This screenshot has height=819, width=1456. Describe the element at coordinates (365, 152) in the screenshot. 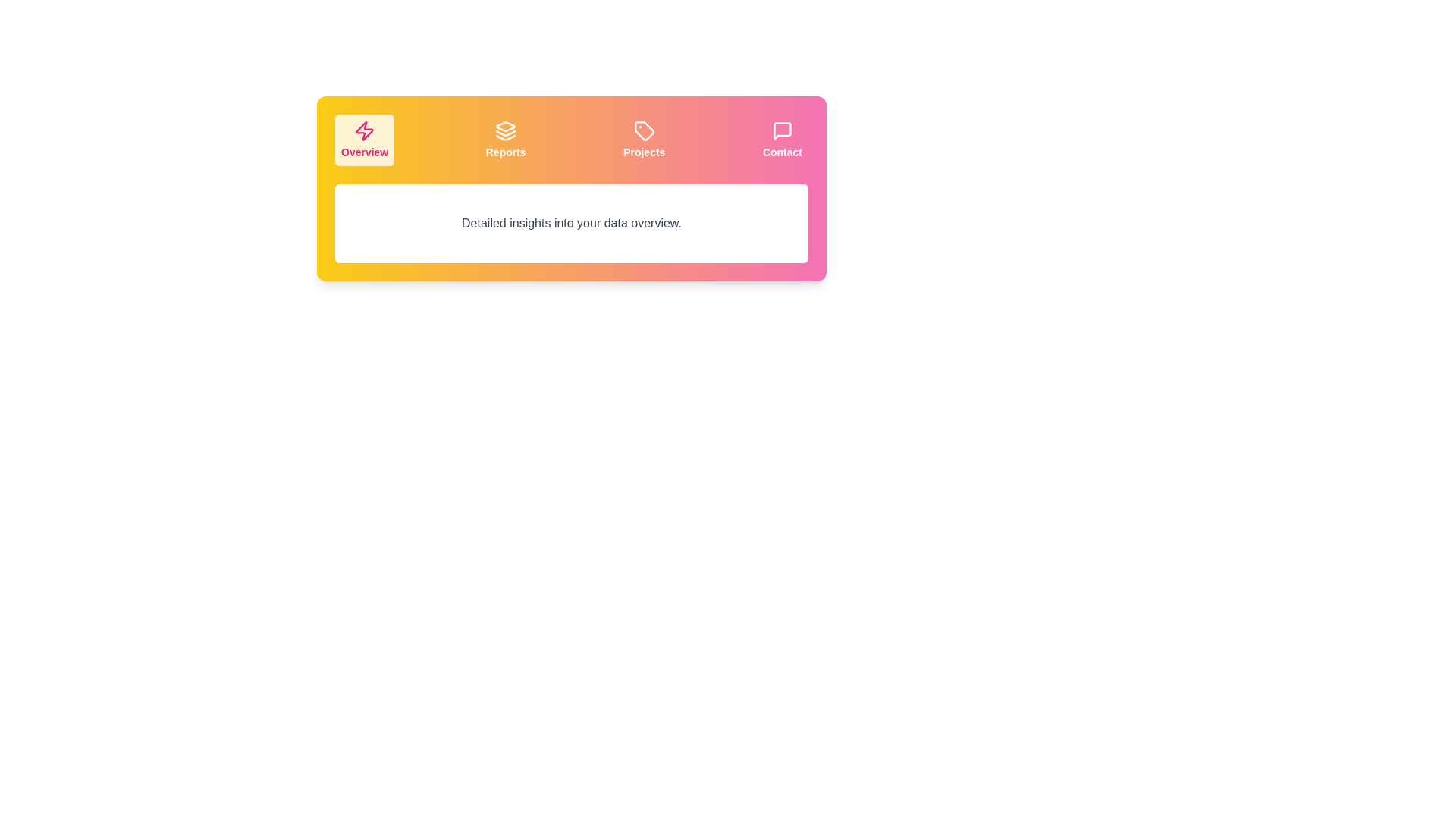

I see `the text label that describes the purpose of its section, located in the top-left corner of a rectangular section with a gradient orange-to-pink background` at that location.